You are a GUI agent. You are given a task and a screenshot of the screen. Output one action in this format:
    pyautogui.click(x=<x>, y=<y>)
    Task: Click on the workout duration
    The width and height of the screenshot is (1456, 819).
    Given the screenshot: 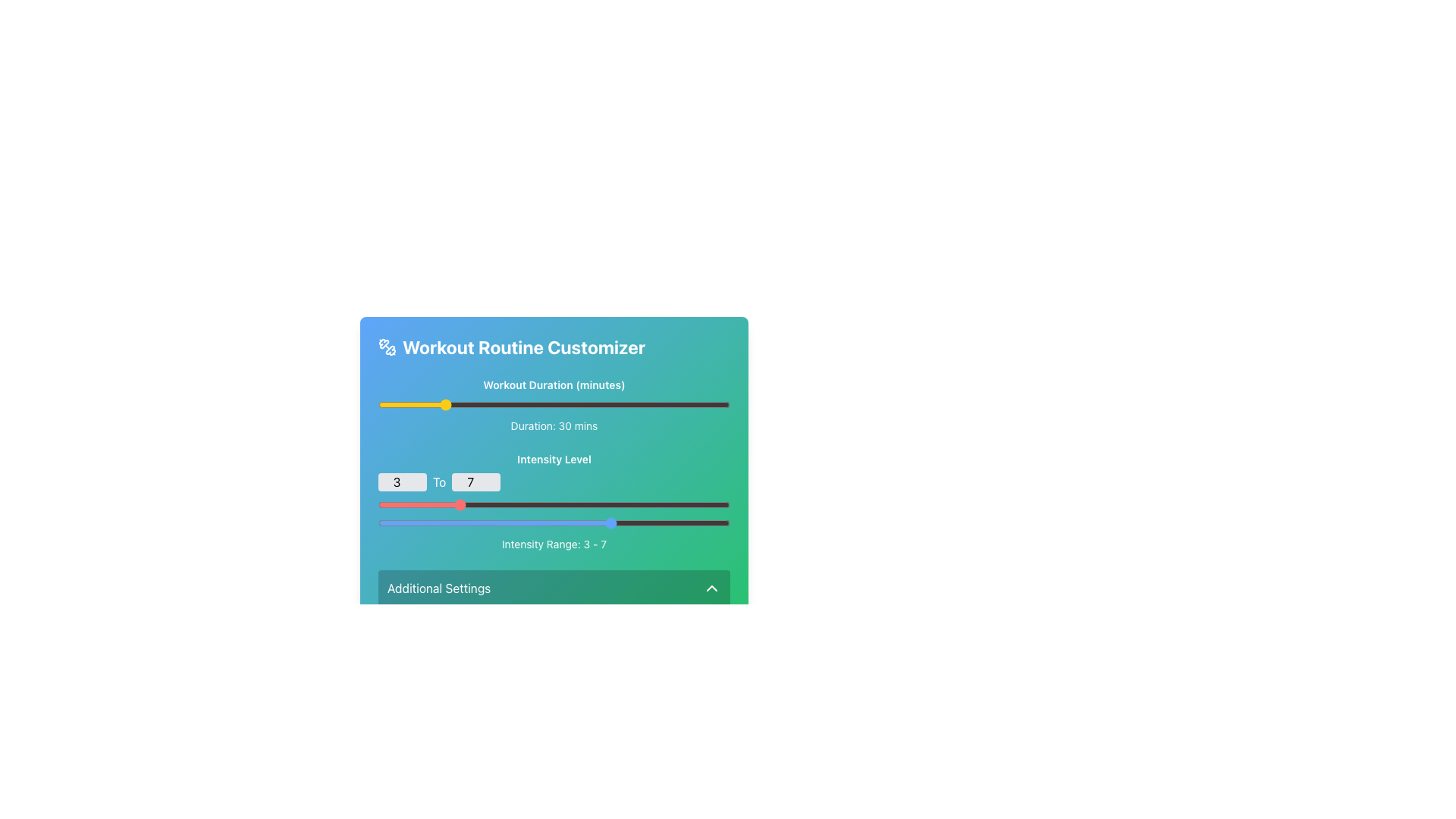 What is the action you would take?
    pyautogui.click(x=684, y=403)
    